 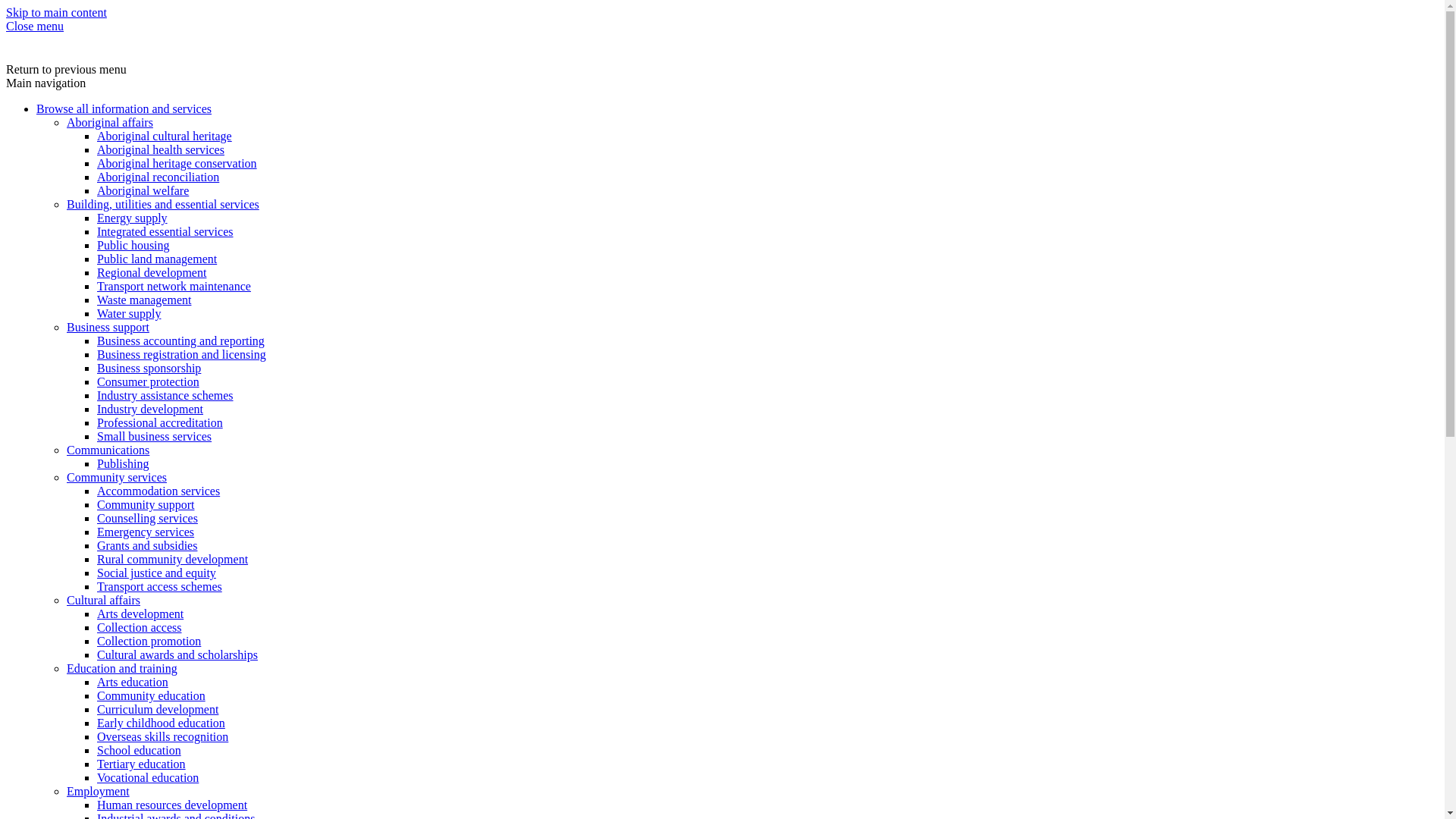 What do you see at coordinates (107, 449) in the screenshot?
I see `'Communications'` at bounding box center [107, 449].